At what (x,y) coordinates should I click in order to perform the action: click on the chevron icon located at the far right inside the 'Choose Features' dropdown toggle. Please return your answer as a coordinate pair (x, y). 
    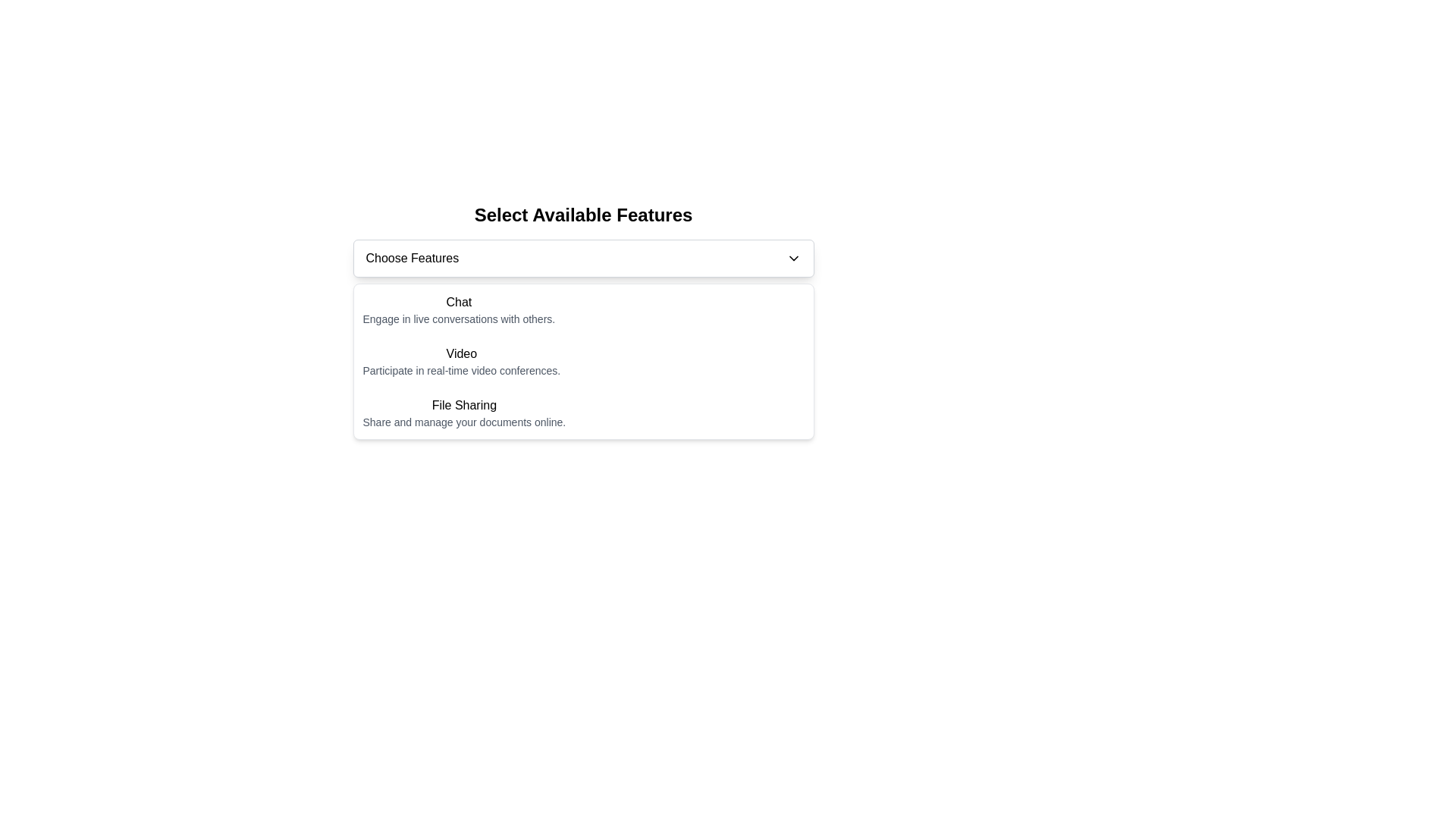
    Looking at the image, I should click on (792, 257).